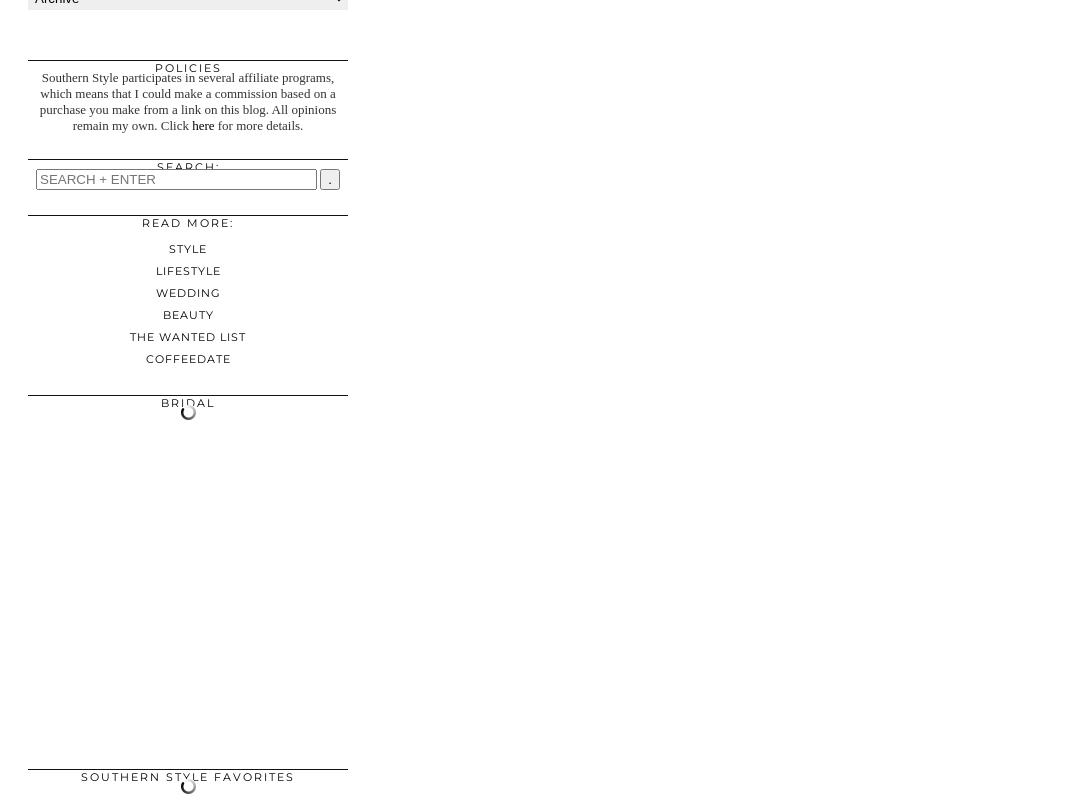  I want to click on 'Read more:', so click(187, 223).